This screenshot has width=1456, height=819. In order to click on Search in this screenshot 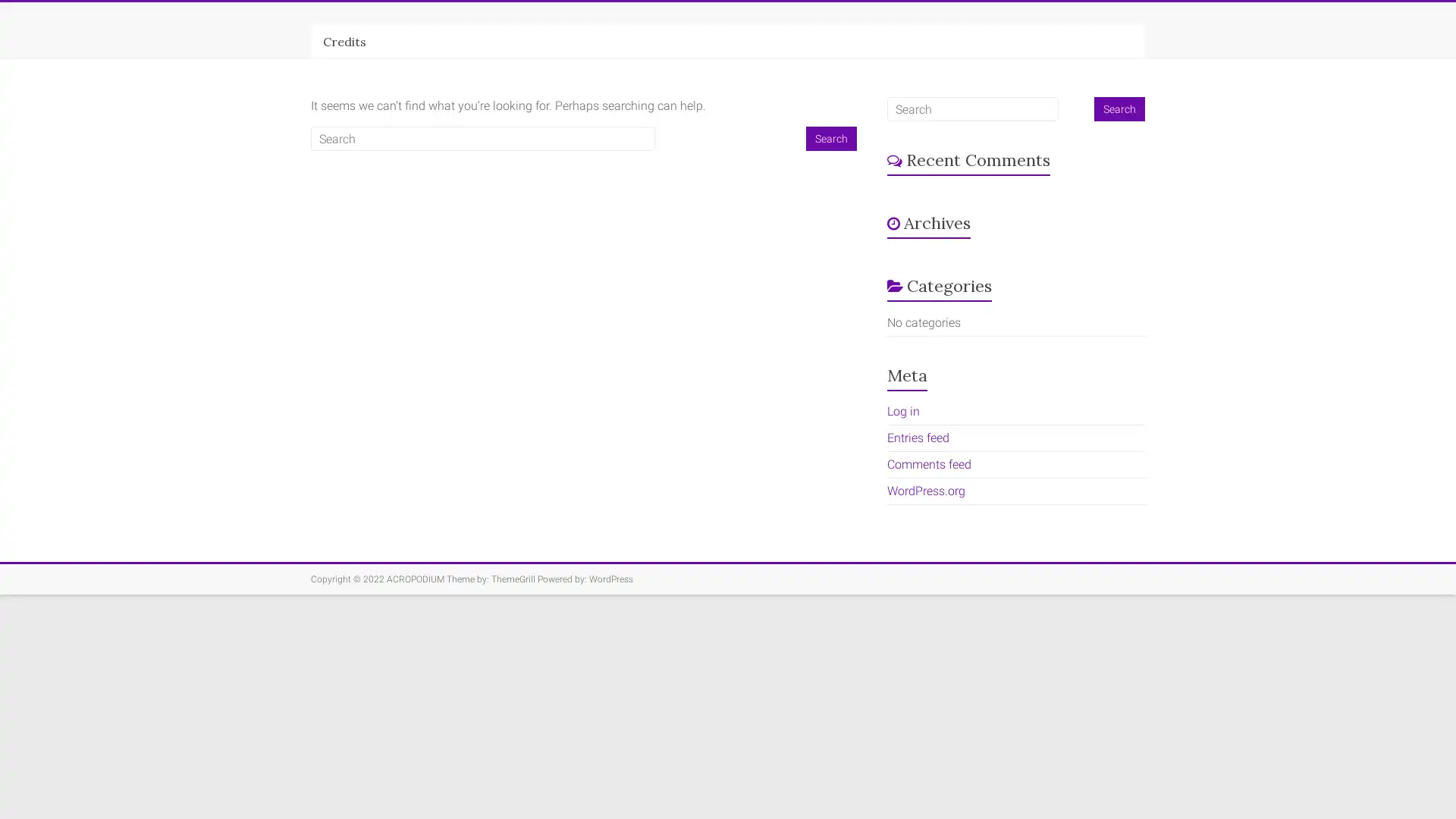, I will do `click(830, 138)`.